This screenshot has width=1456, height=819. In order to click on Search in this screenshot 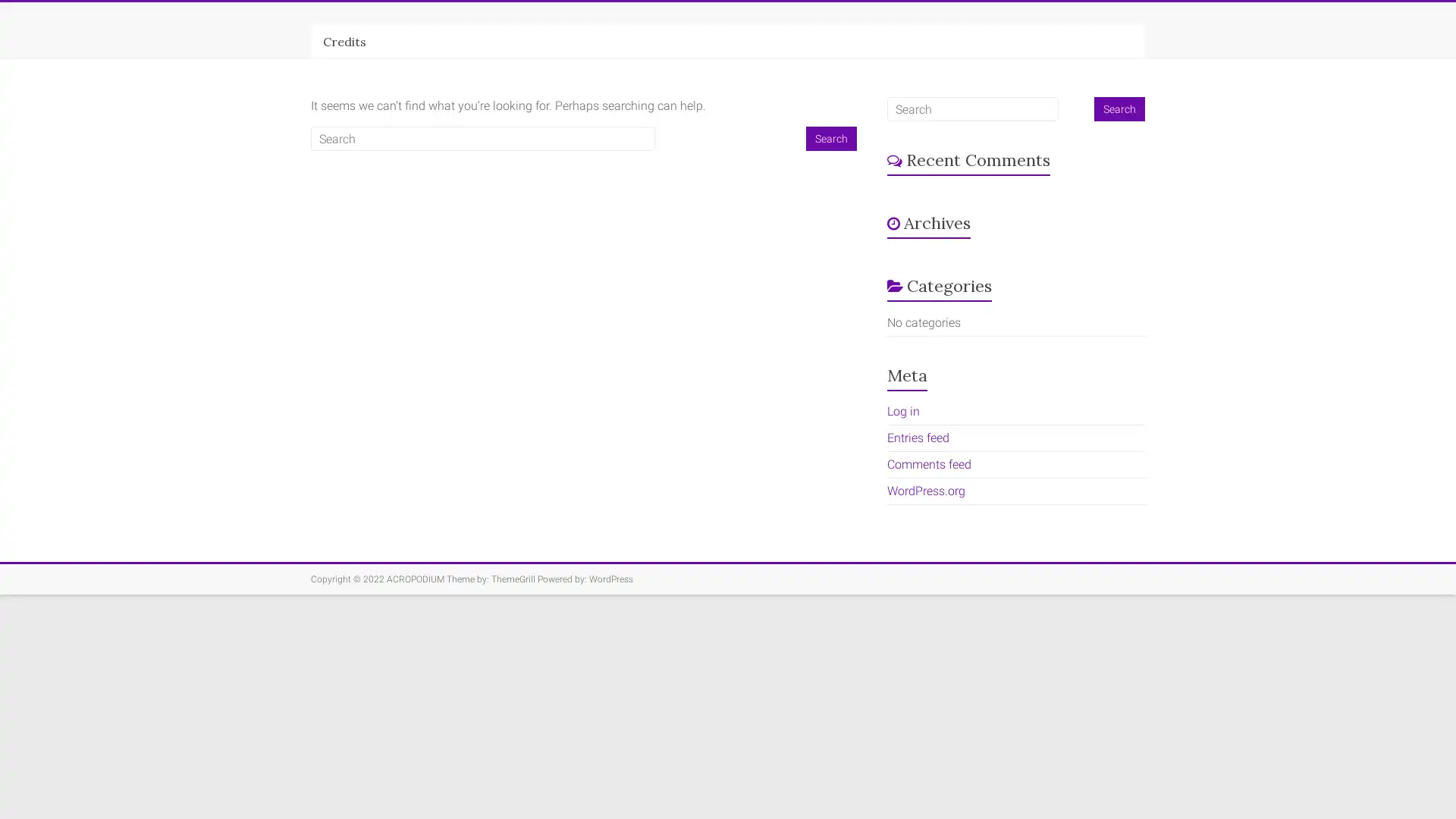, I will do `click(830, 138)`.